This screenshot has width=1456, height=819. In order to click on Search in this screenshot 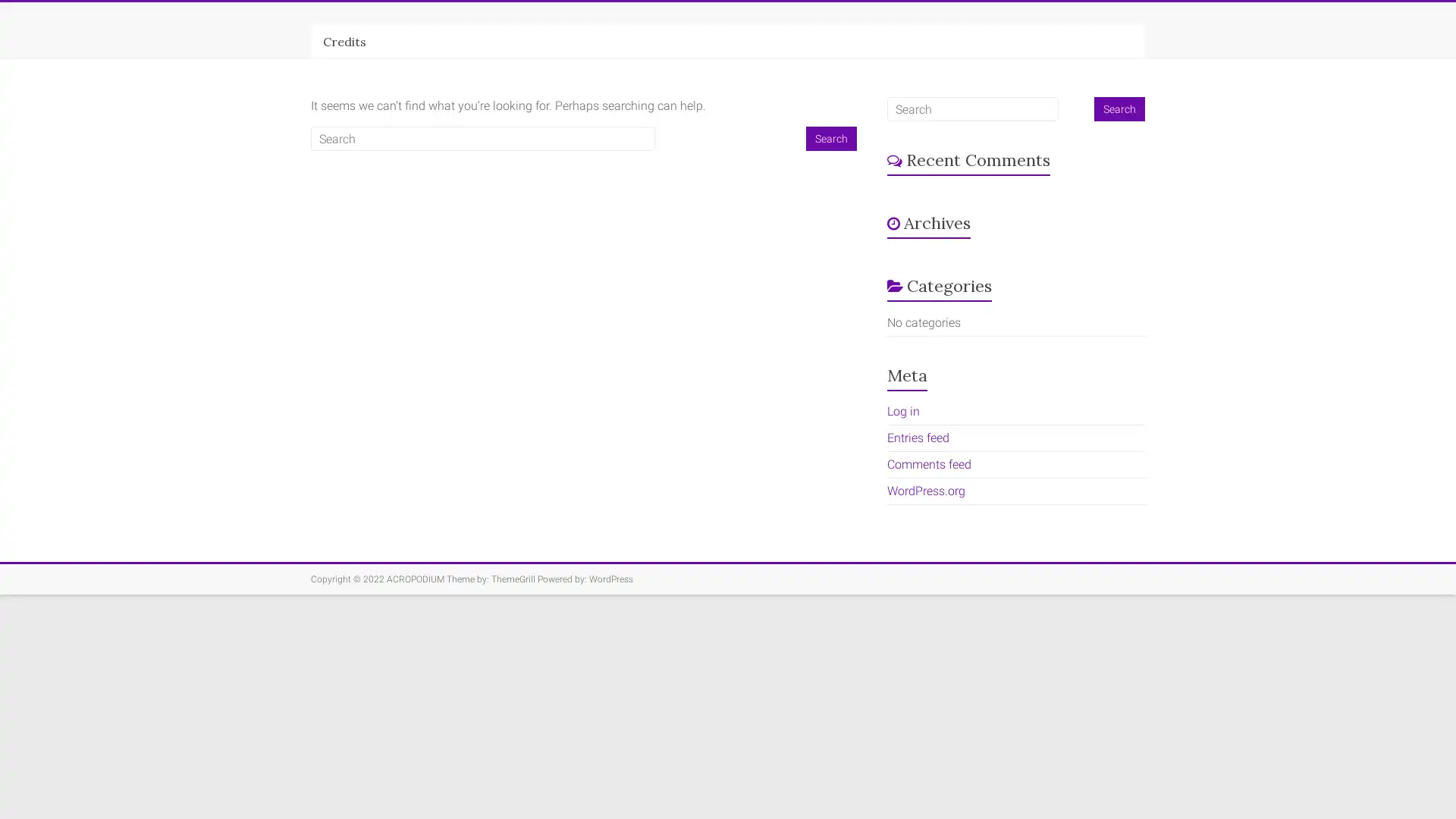, I will do `click(830, 138)`.